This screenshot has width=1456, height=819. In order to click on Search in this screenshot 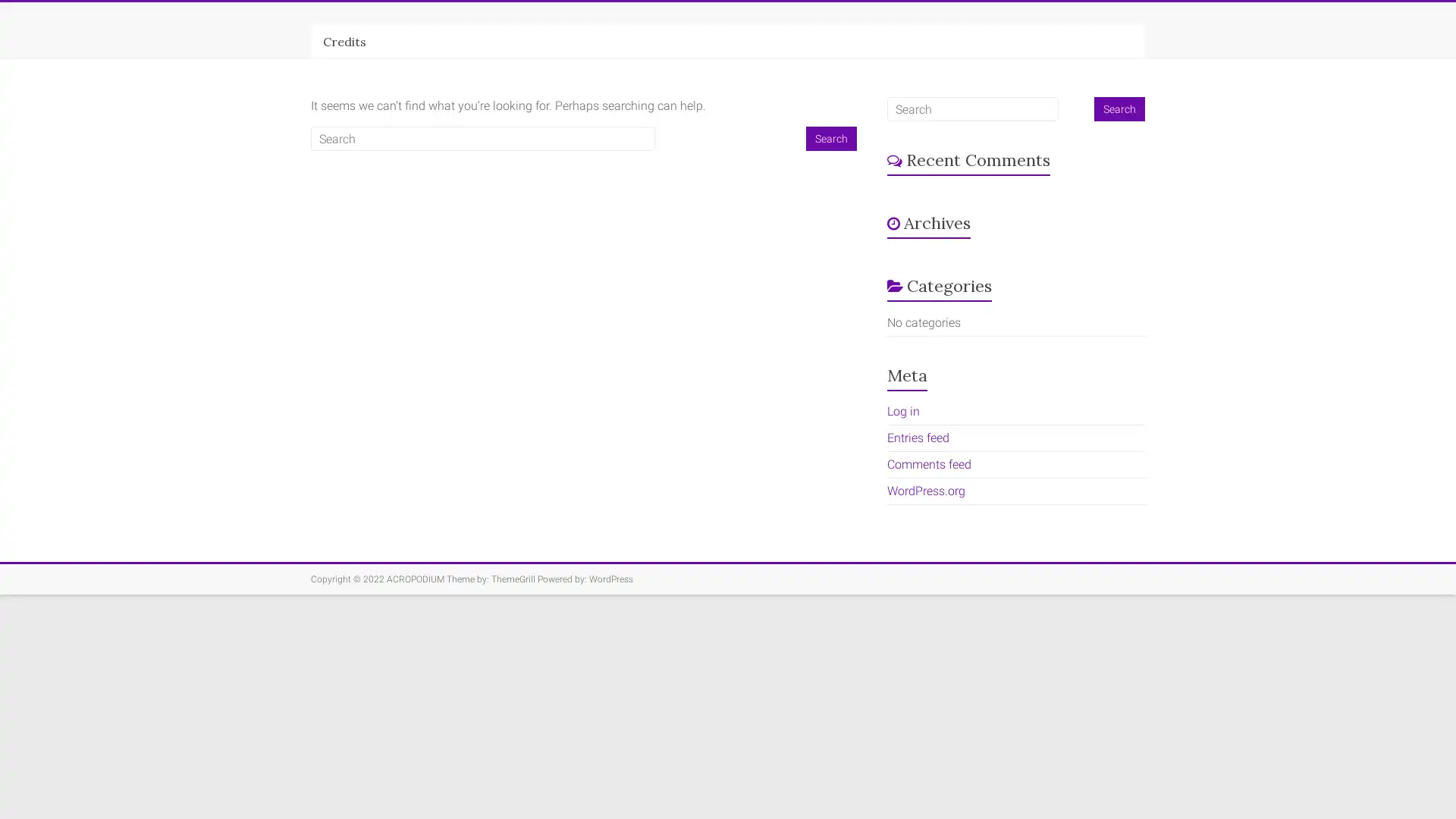, I will do `click(830, 138)`.